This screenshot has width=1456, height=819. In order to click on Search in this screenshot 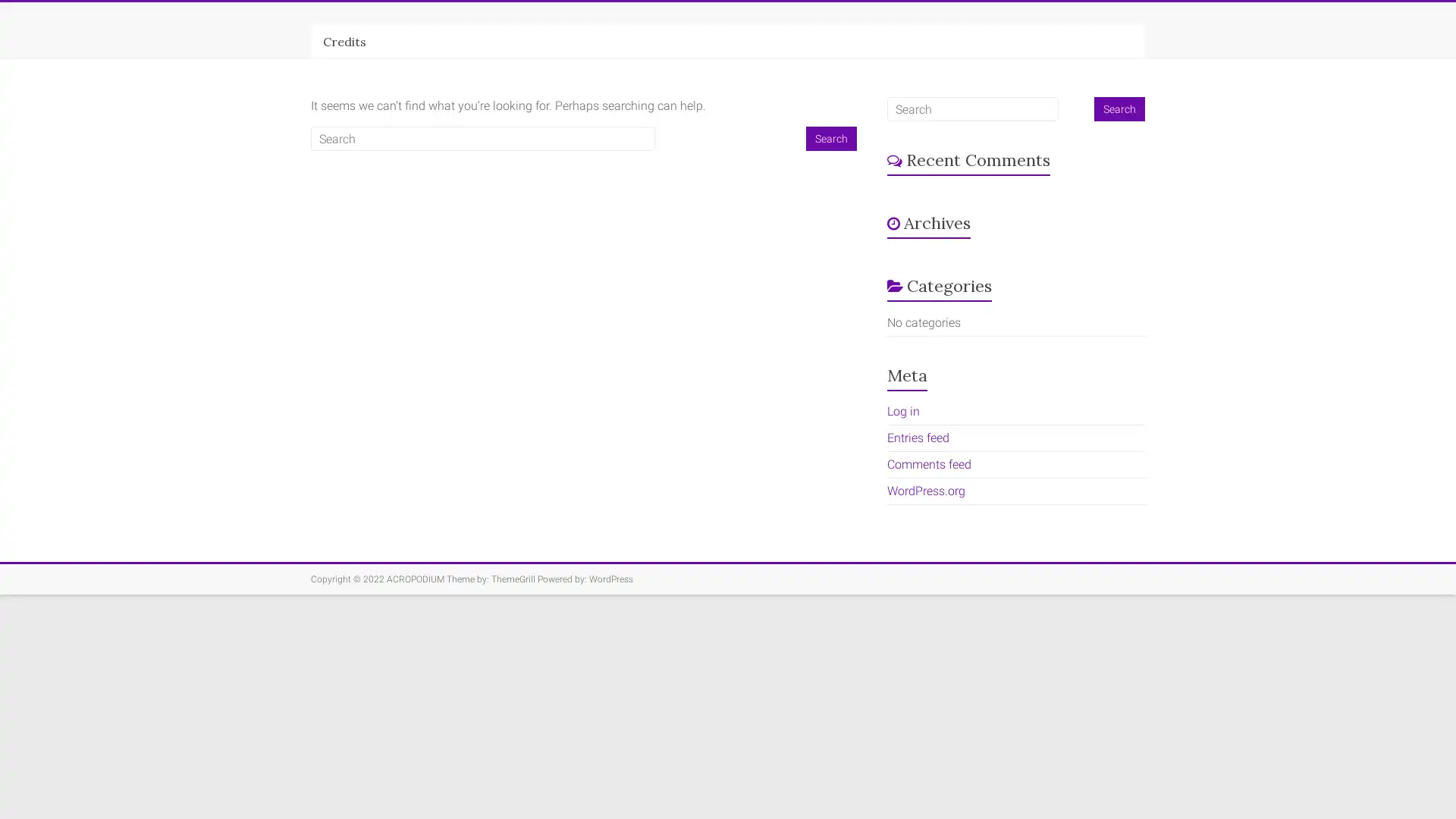, I will do `click(830, 138)`.